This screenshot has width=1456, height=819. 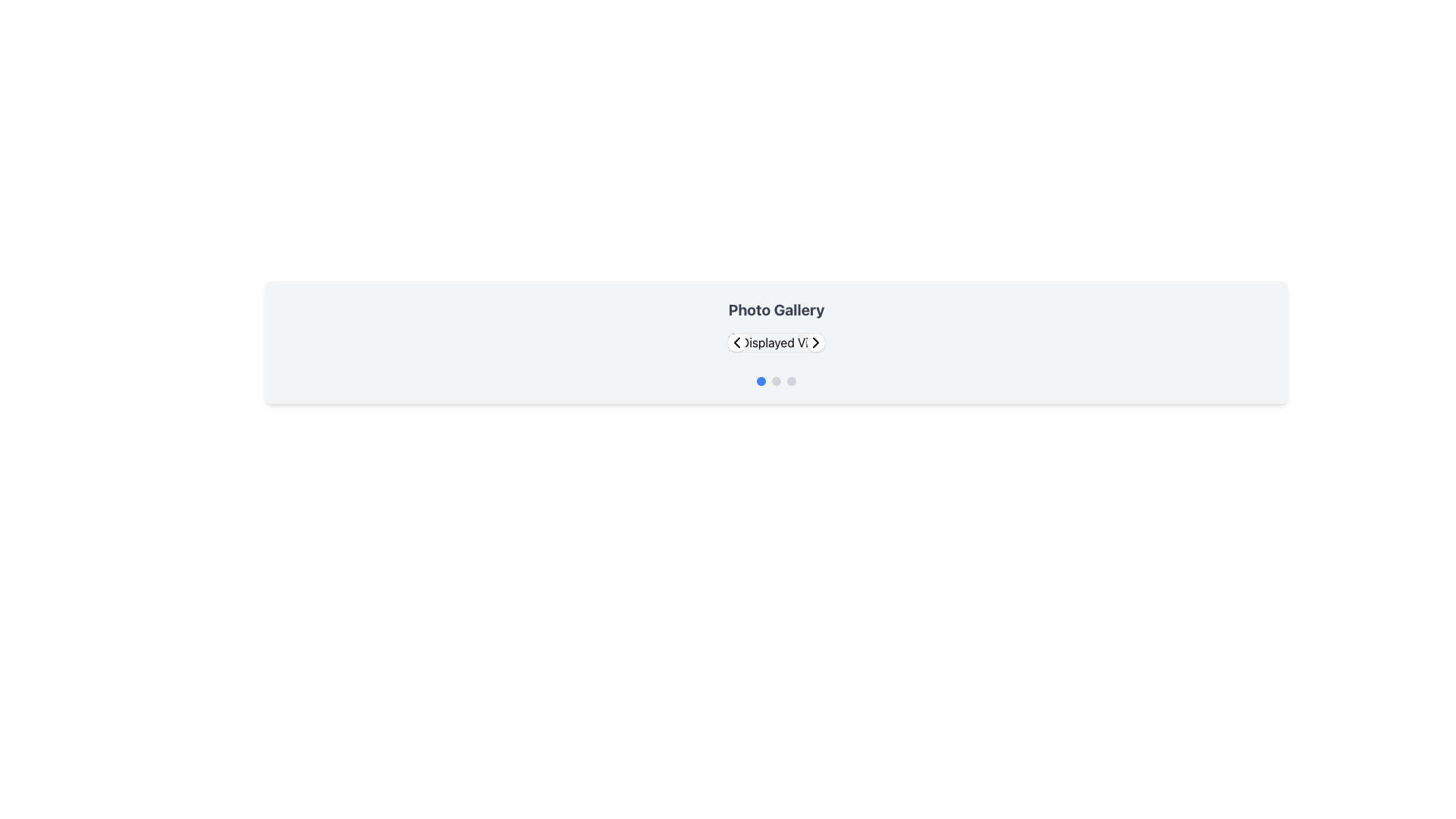 What do you see at coordinates (736, 342) in the screenshot?
I see `the navigational chevron icon on the left side of the 'Photo Gallery' label` at bounding box center [736, 342].